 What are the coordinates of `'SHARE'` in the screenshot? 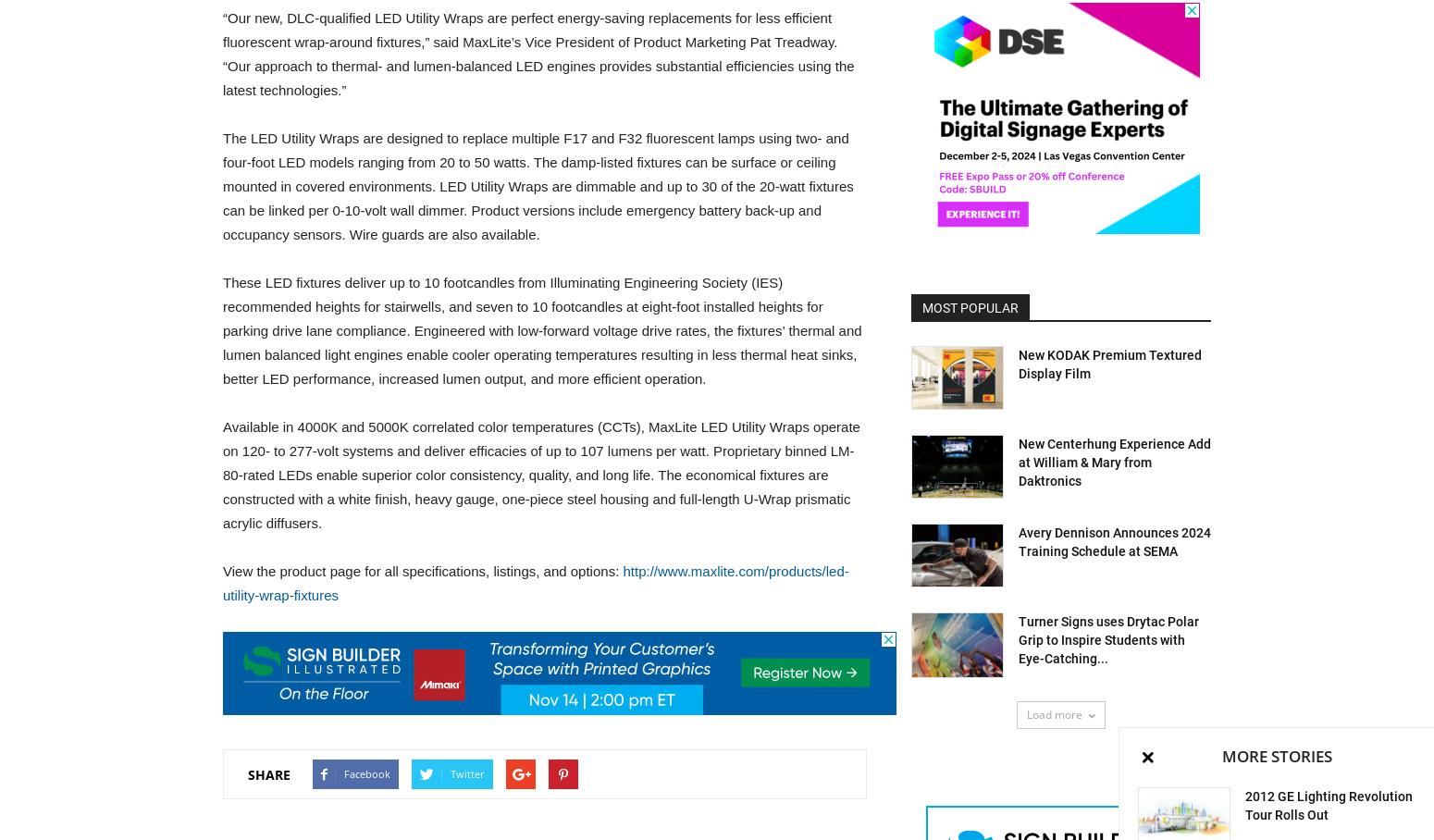 It's located at (268, 772).